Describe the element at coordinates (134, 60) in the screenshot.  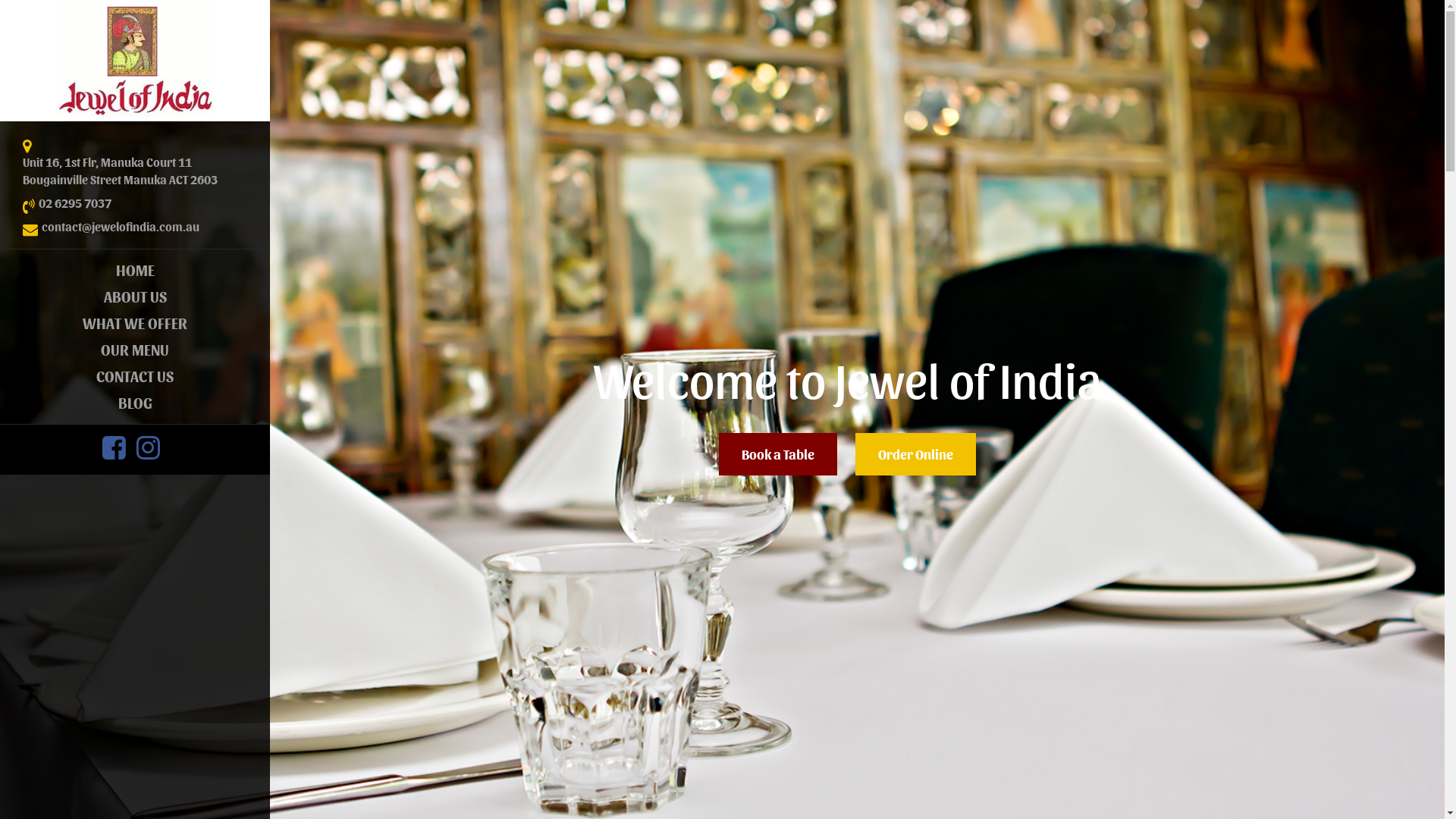
I see `'Jewel of India '` at that location.